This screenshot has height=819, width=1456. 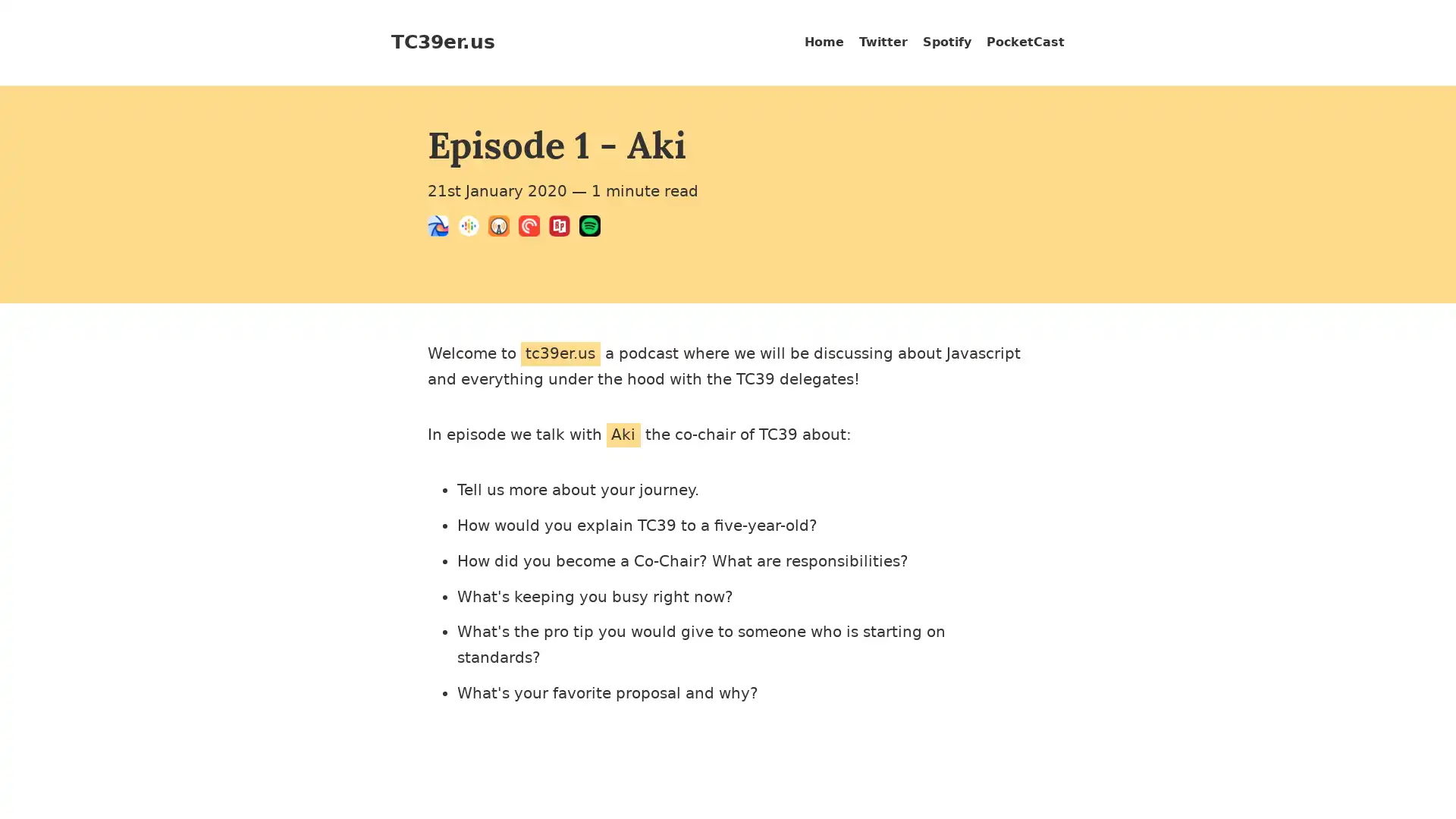 I want to click on Breaker Logo, so click(x=442, y=228).